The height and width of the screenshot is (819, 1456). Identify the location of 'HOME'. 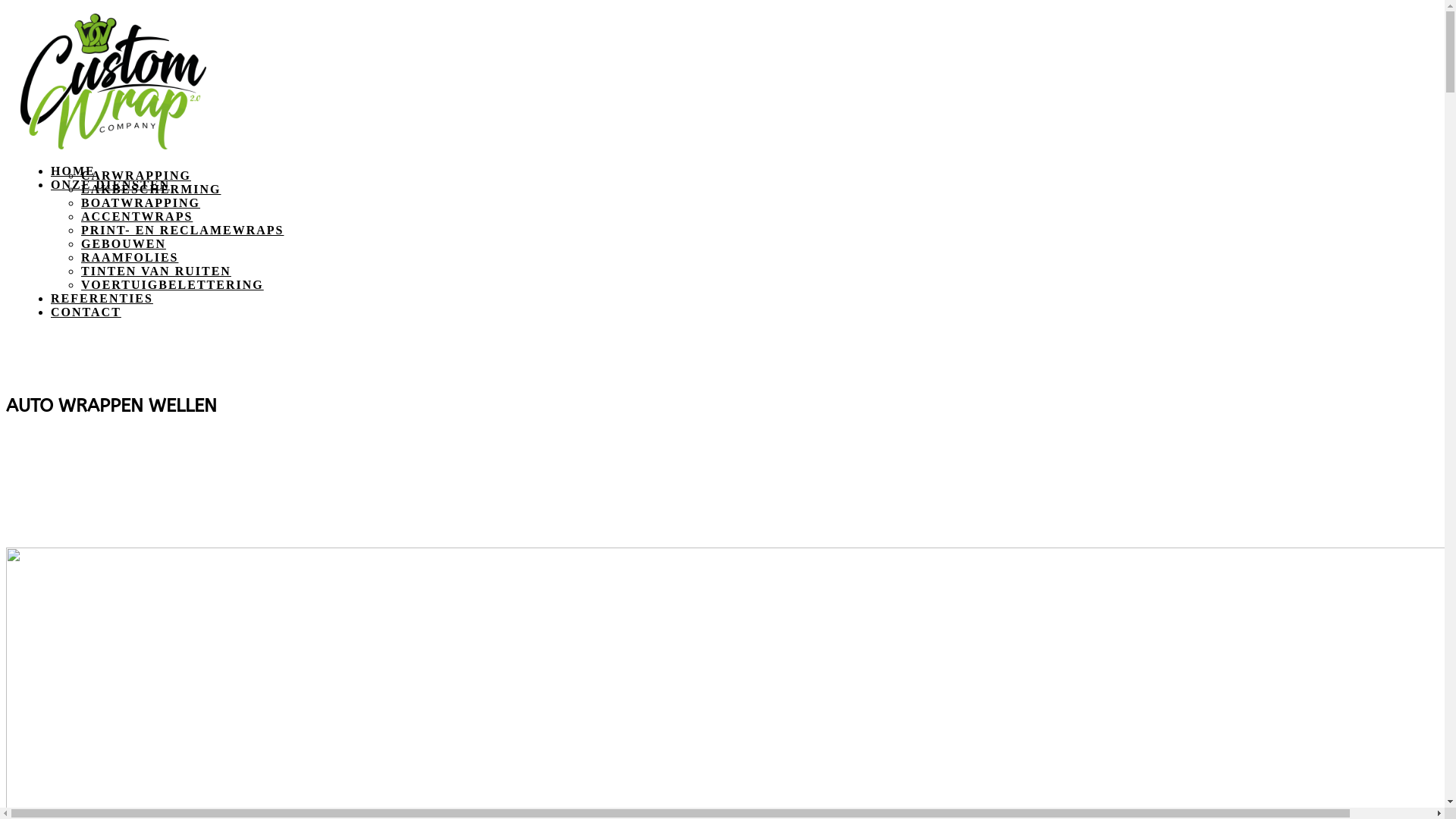
(72, 171).